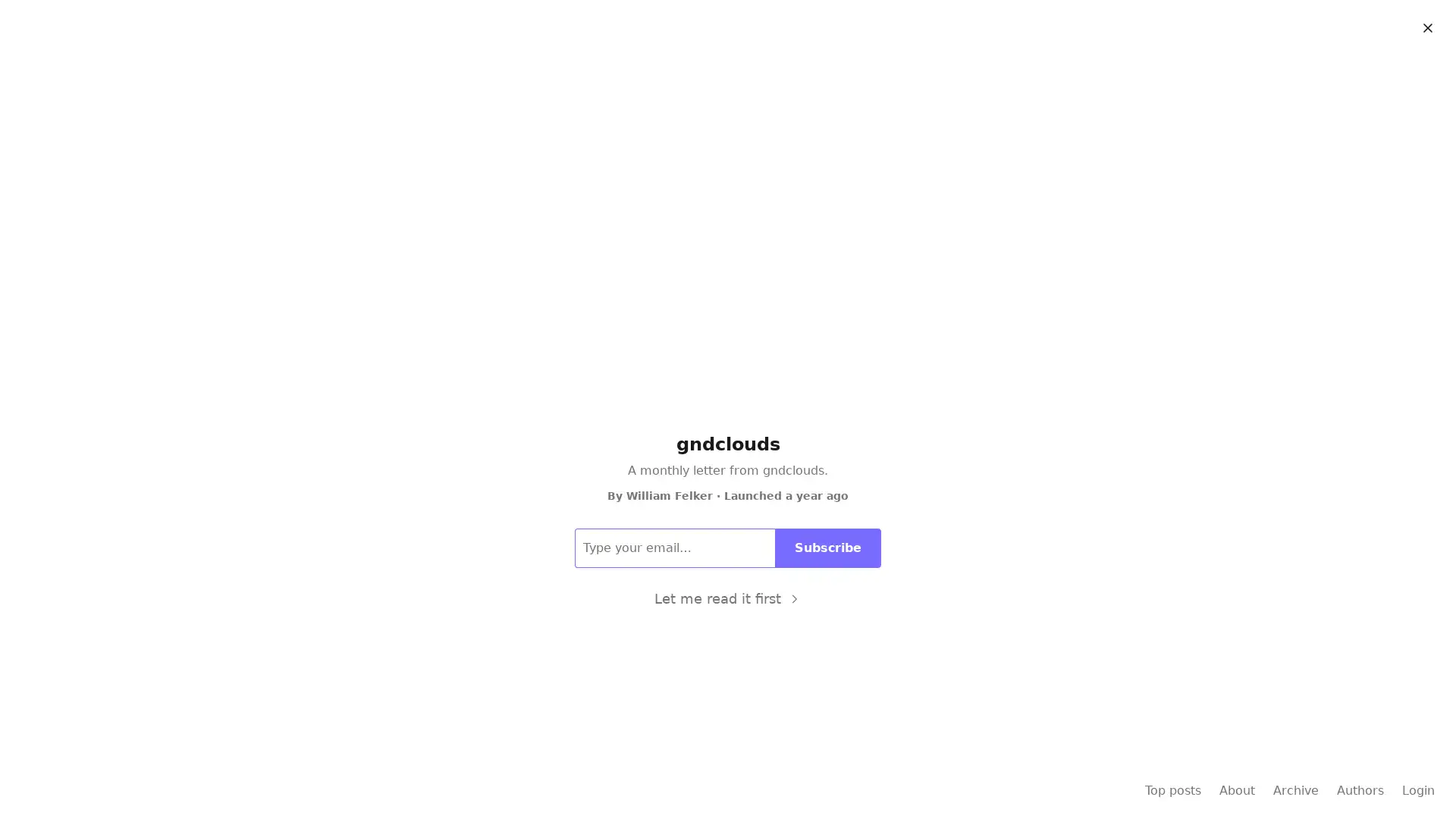 The height and width of the screenshot is (819, 1456). I want to click on Home, so click(673, 66).